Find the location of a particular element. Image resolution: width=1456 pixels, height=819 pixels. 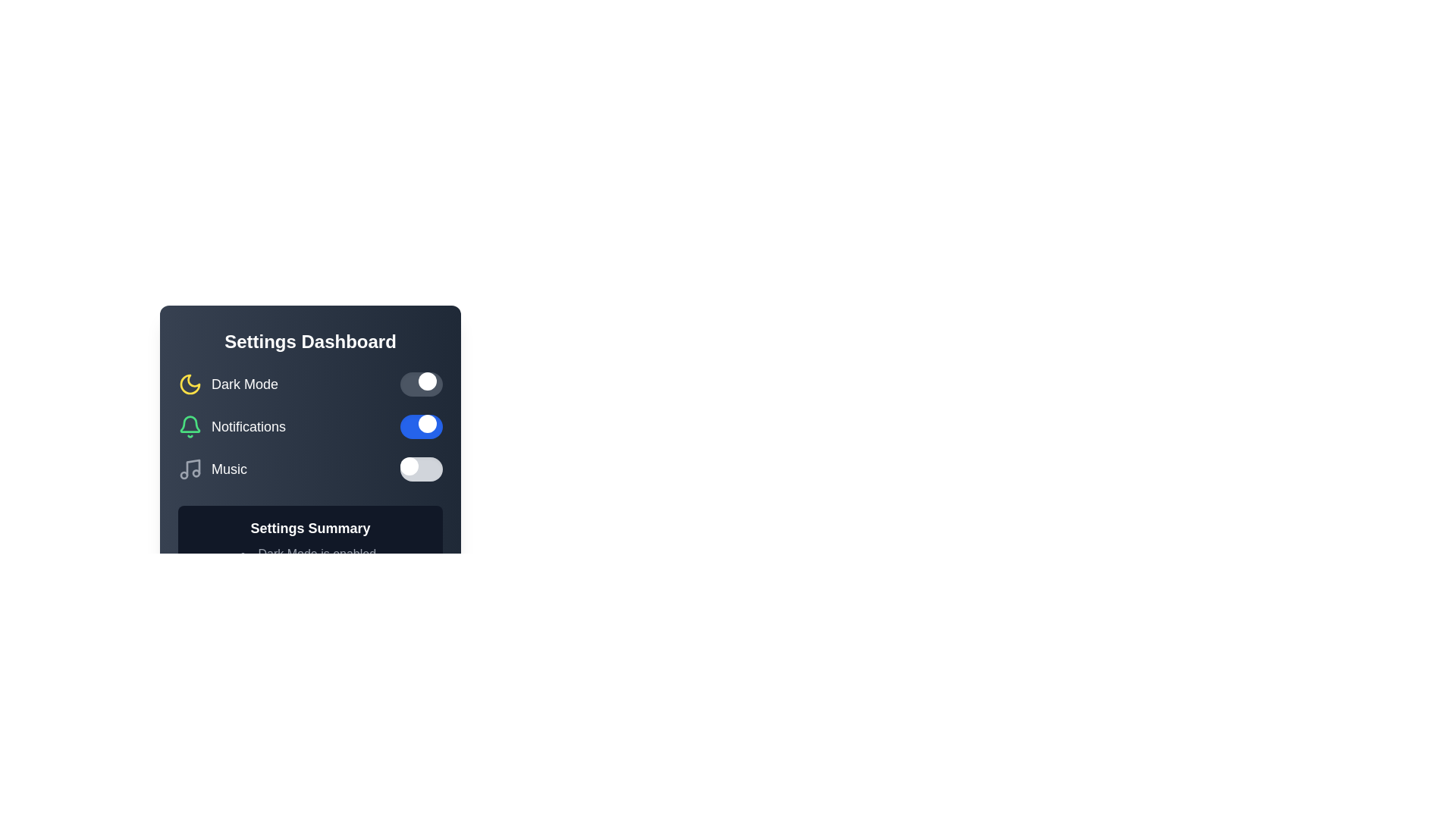

the blue toggle switch indicating 'on' state, located to the right of the 'Notifications' label in the 'Settings Dashboard' section is located at coordinates (422, 427).